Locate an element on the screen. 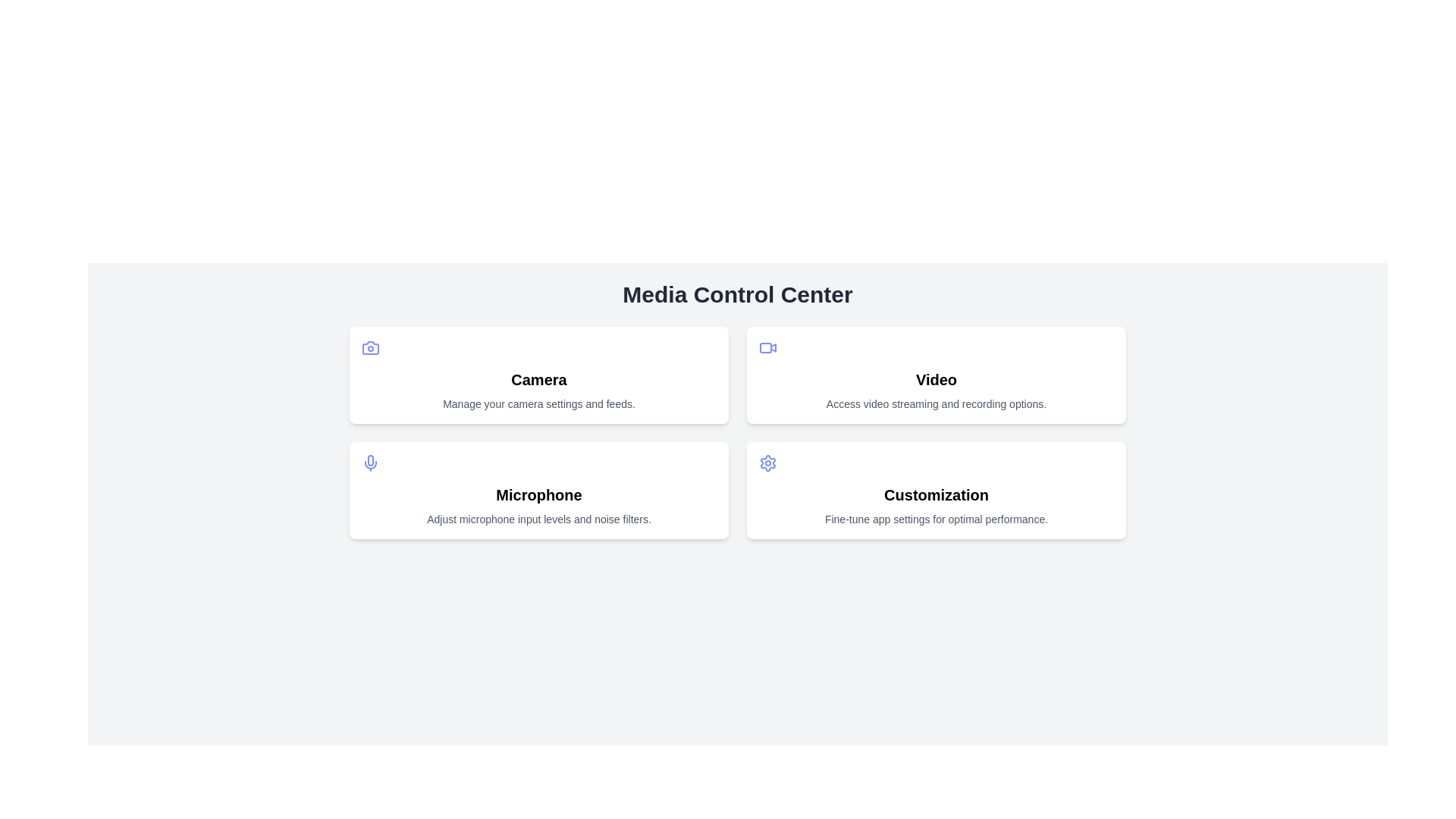 The image size is (1456, 819). the video camera icon, which is a light purple outlined icon located in the upper-right card labeled 'Video' within a grid of four cards is located at coordinates (767, 348).